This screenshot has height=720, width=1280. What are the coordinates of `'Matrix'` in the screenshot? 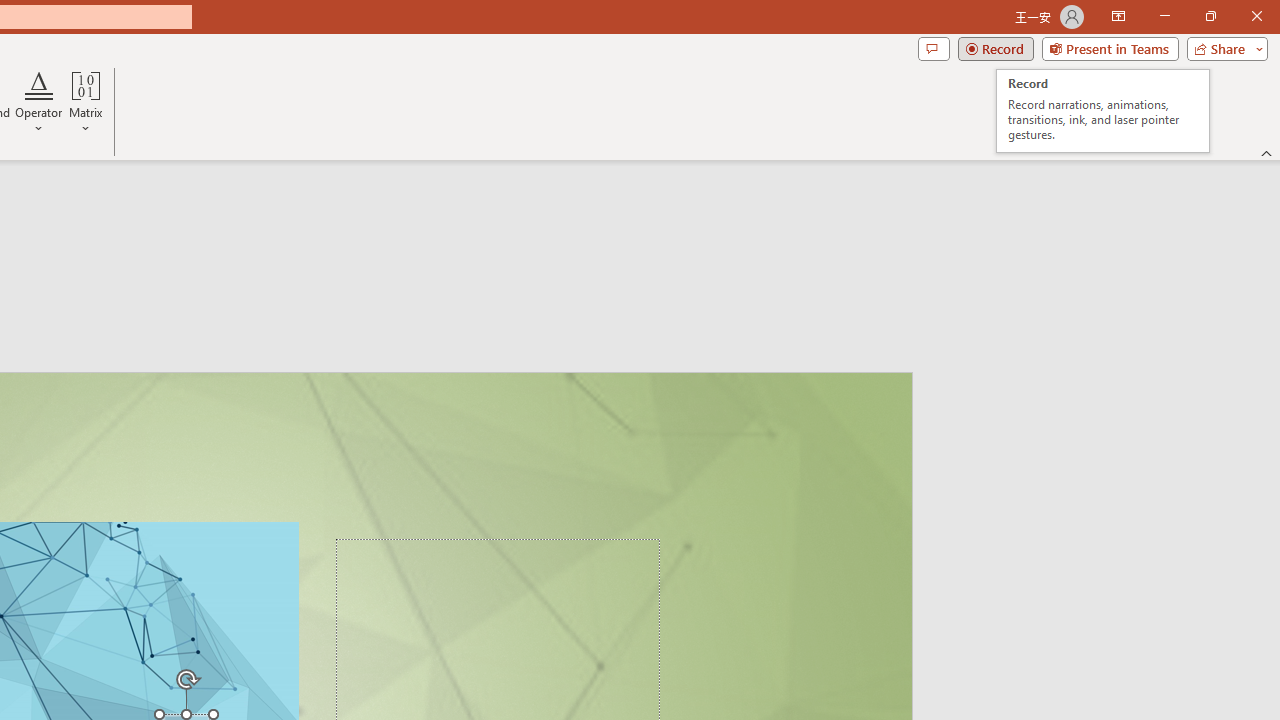 It's located at (85, 103).